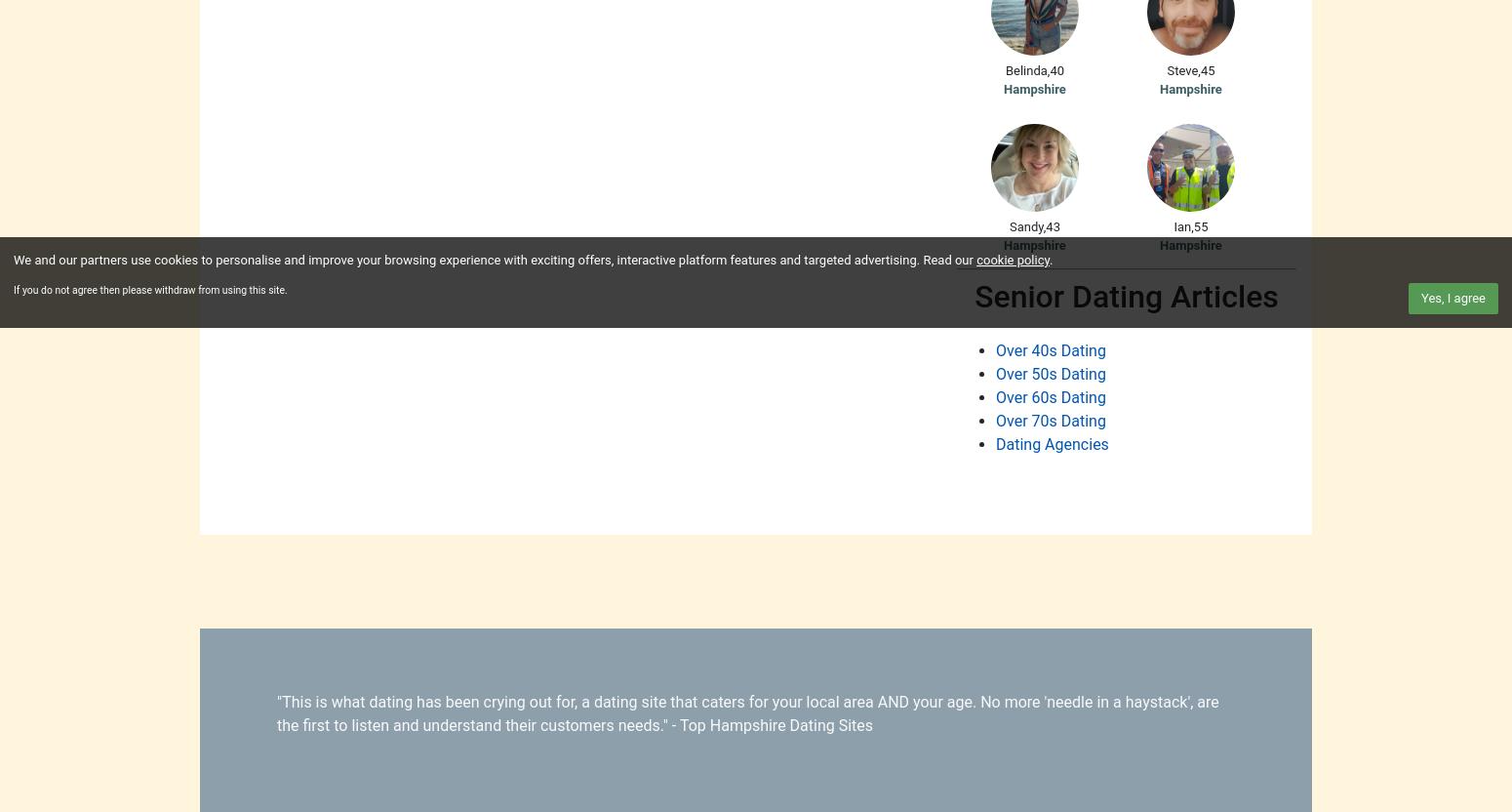 This screenshot has width=1512, height=812. What do you see at coordinates (1200, 225) in the screenshot?
I see `'55'` at bounding box center [1200, 225].